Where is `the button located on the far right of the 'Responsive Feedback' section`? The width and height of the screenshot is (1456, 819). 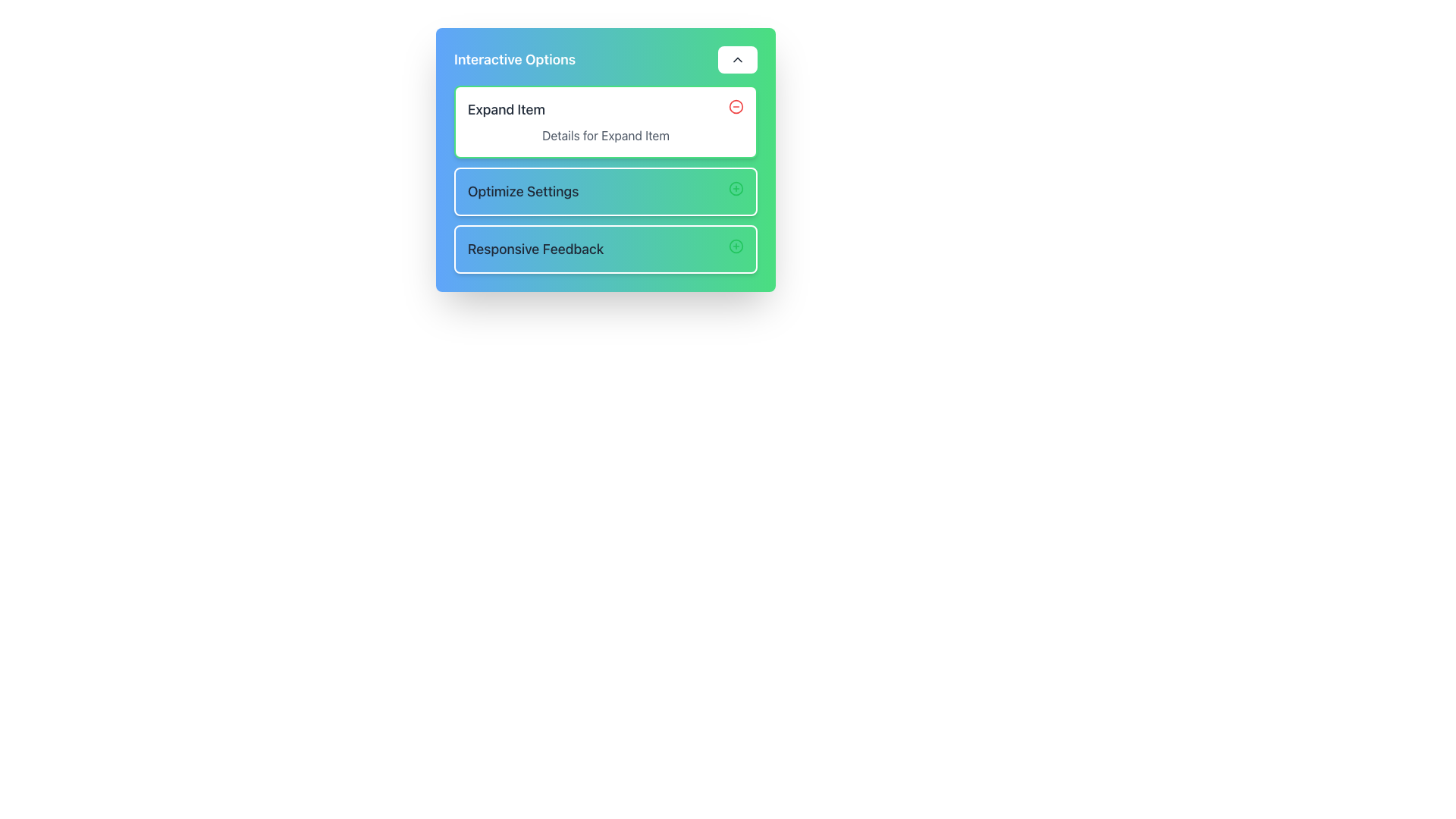
the button located on the far right of the 'Responsive Feedback' section is located at coordinates (736, 245).